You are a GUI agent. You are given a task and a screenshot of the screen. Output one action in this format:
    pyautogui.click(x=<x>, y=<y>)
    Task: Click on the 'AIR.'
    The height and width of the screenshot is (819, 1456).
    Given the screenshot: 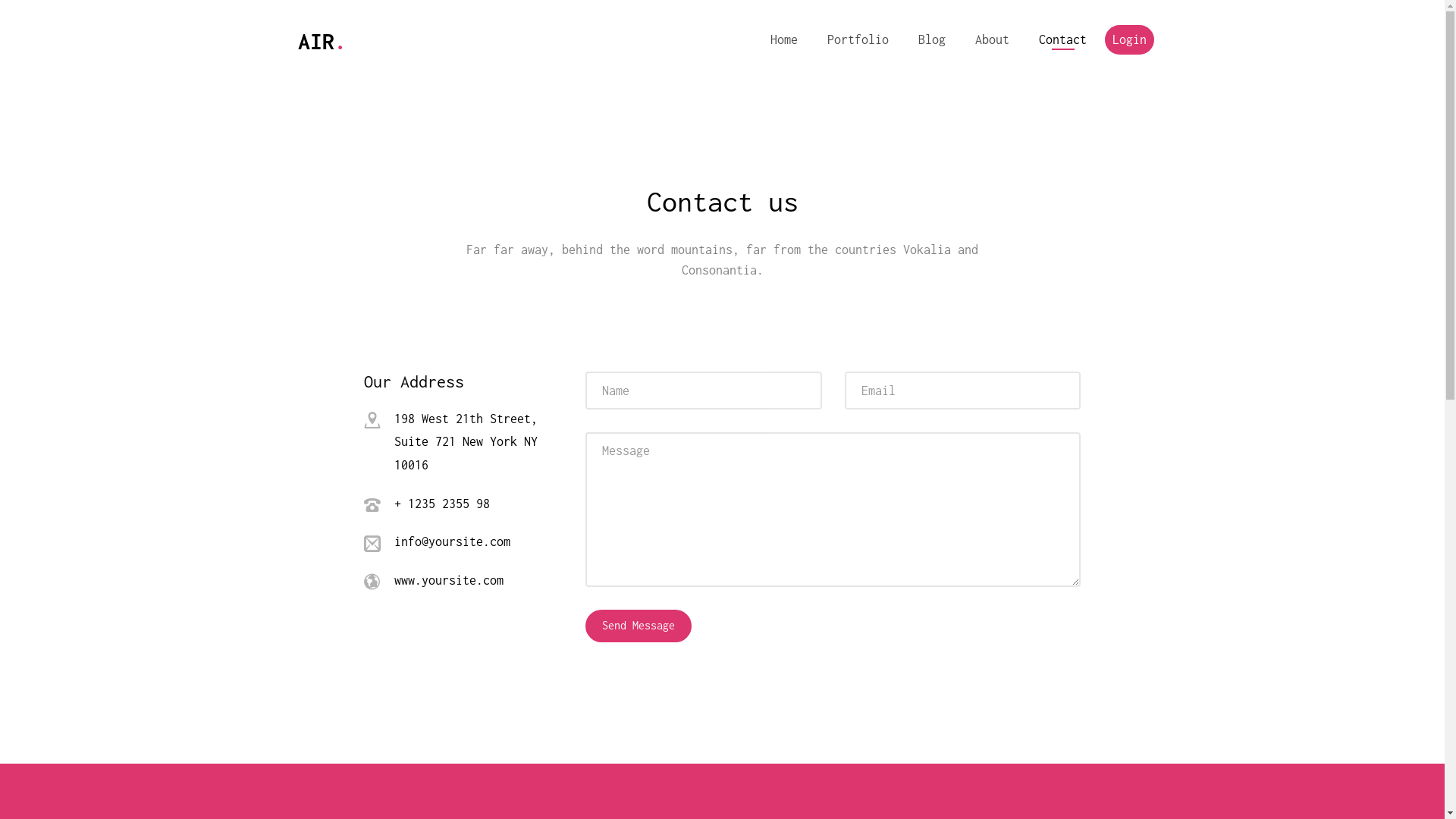 What is the action you would take?
    pyautogui.click(x=320, y=40)
    